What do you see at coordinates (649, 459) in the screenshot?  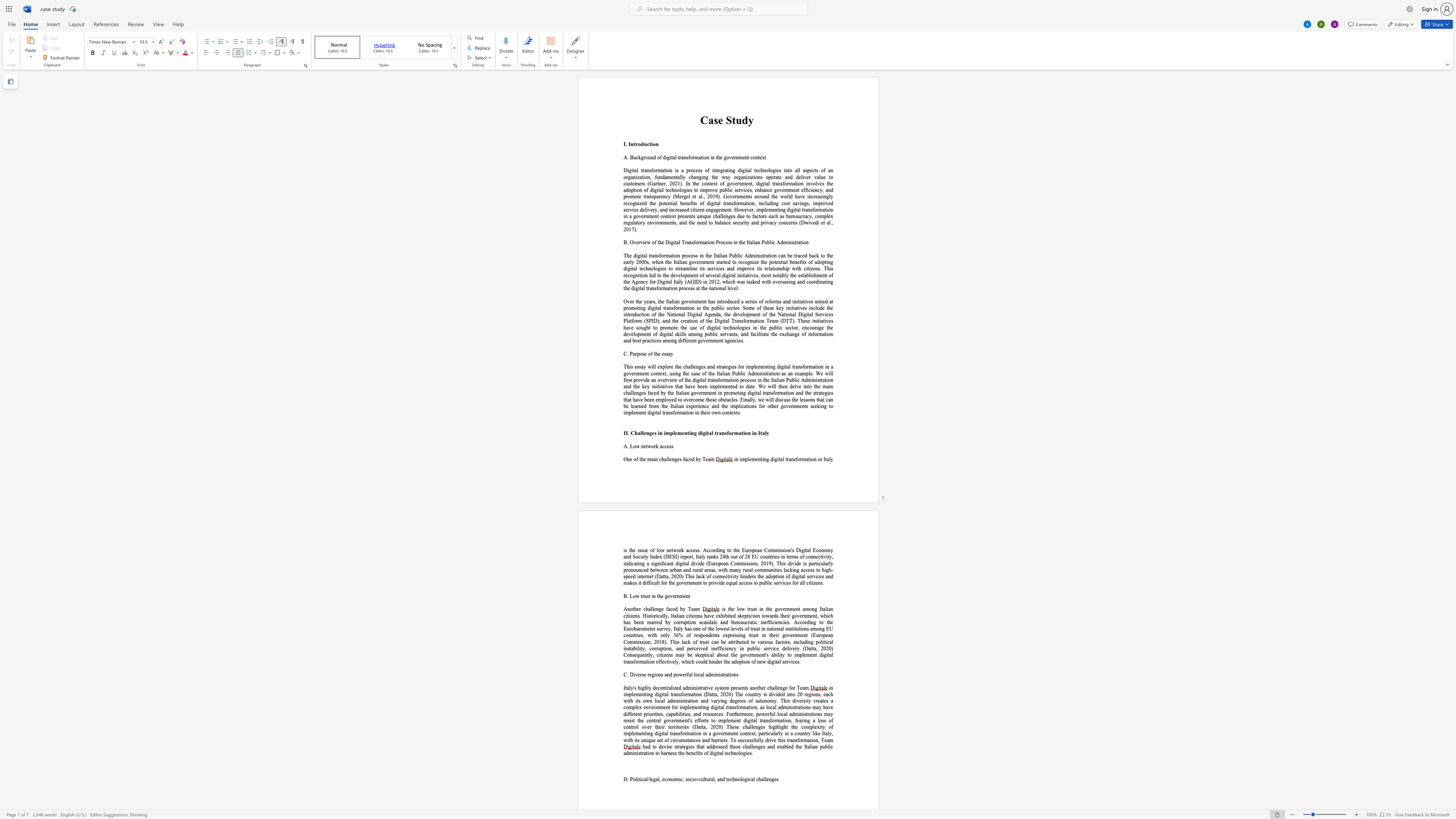 I see `the 1th character "m" in the text` at bounding box center [649, 459].